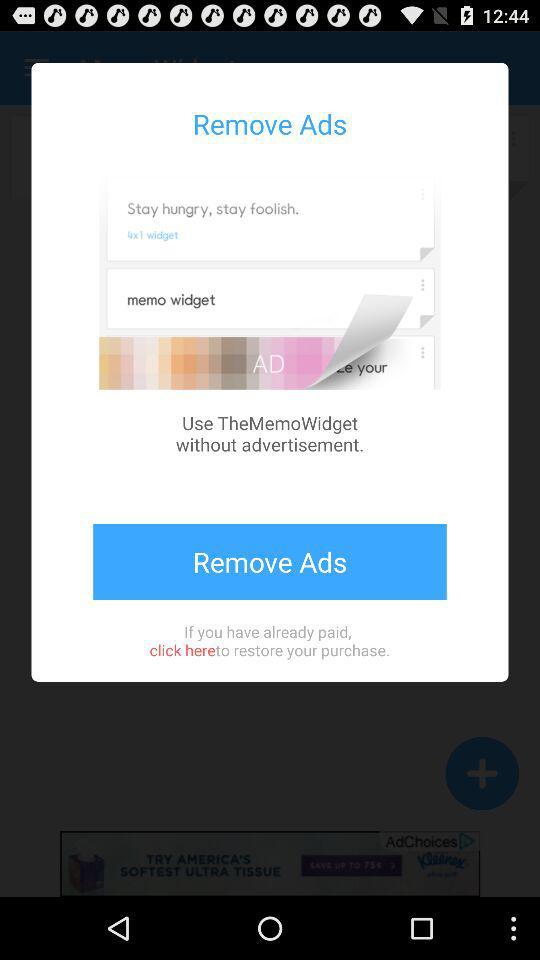 The image size is (540, 960). What do you see at coordinates (269, 639) in the screenshot?
I see `icon below remove ads` at bounding box center [269, 639].